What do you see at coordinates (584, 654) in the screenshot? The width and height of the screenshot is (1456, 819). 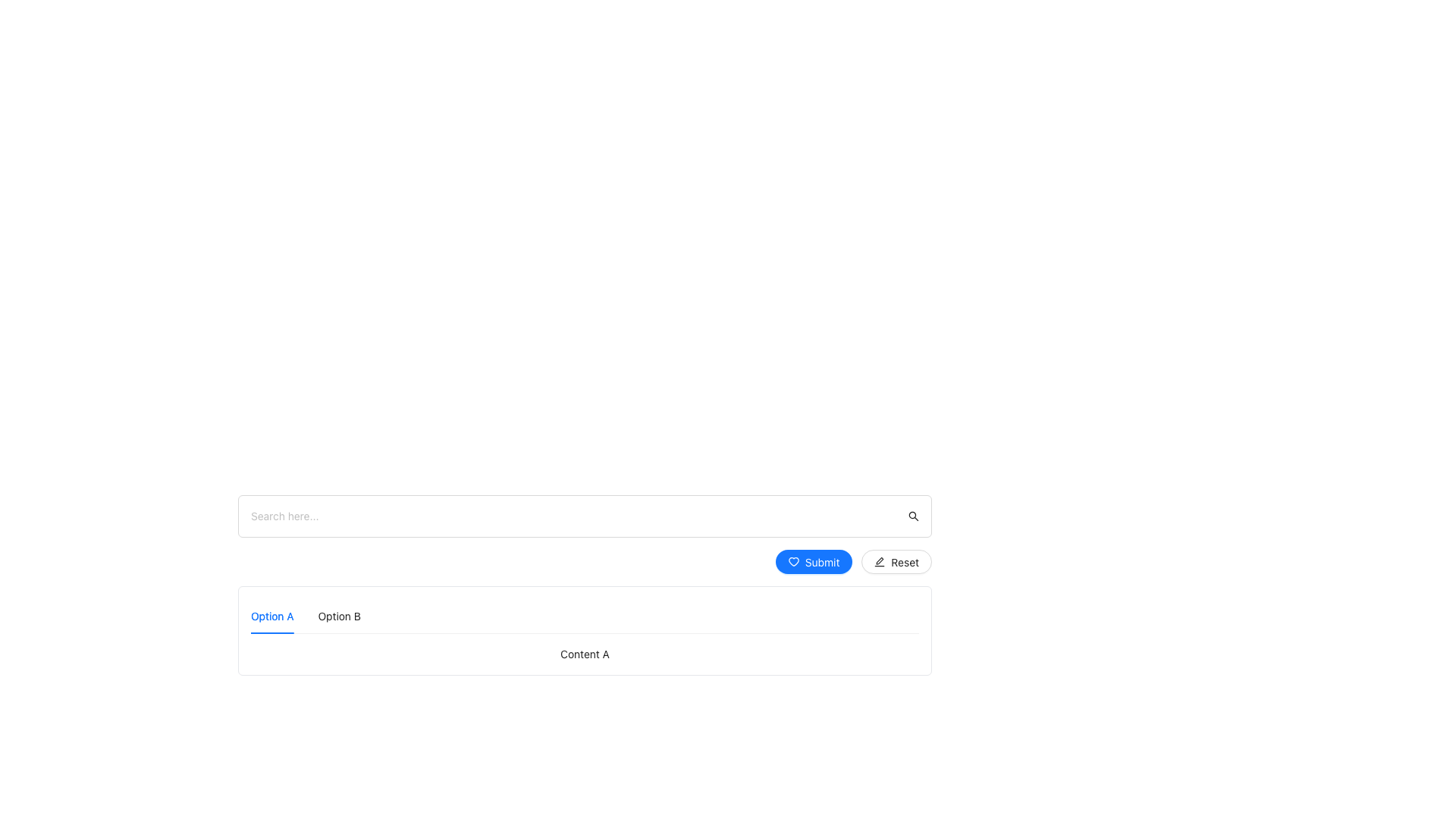 I see `the rectangular component labeled 'Content A' positioned below the active tab 'Option A'` at bounding box center [584, 654].